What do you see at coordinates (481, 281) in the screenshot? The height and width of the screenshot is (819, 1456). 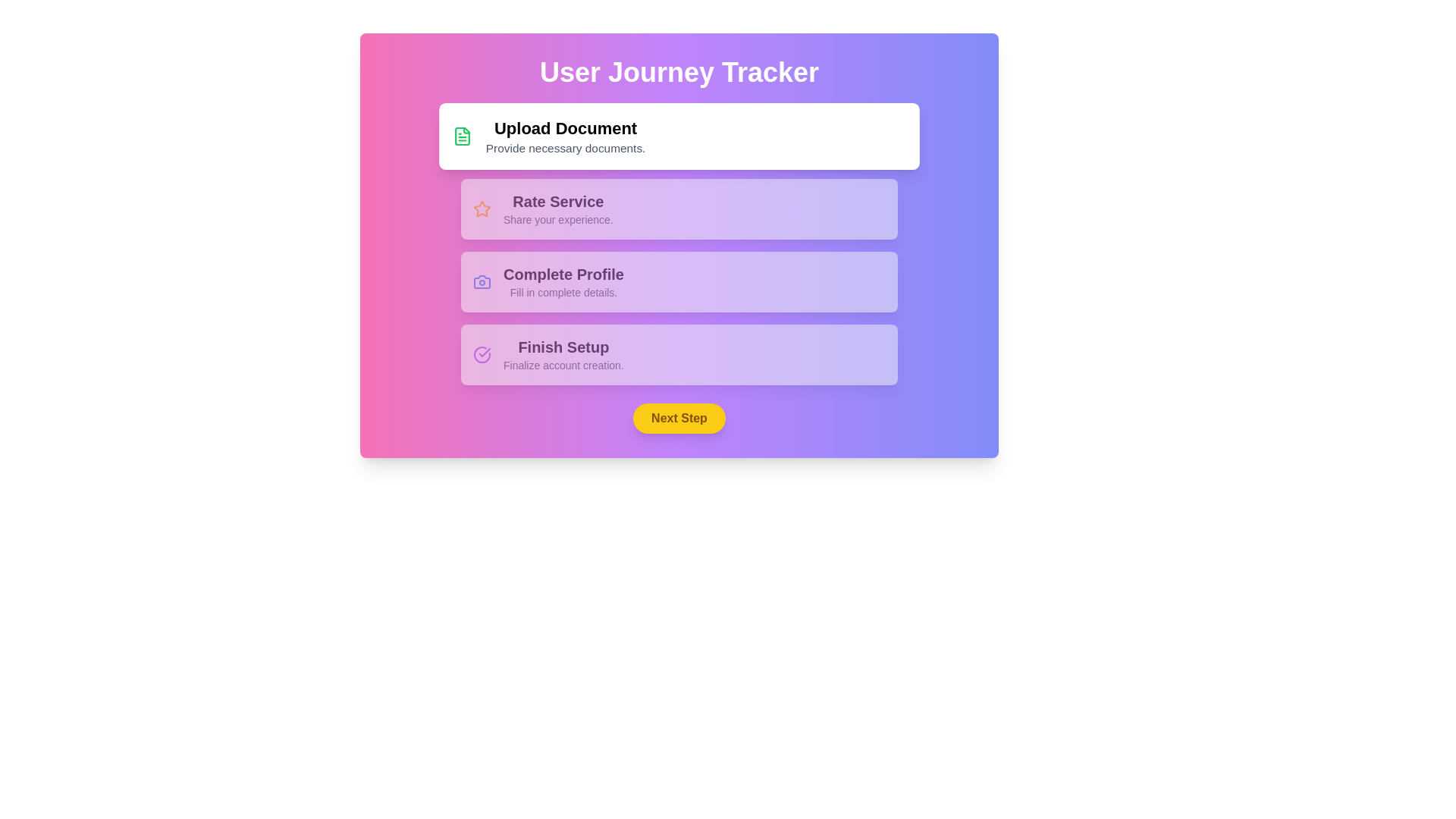 I see `the 'Complete Profile' icon, which is positioned to the left of the title text 'Complete Profile' within the Complete Profile section` at bounding box center [481, 281].